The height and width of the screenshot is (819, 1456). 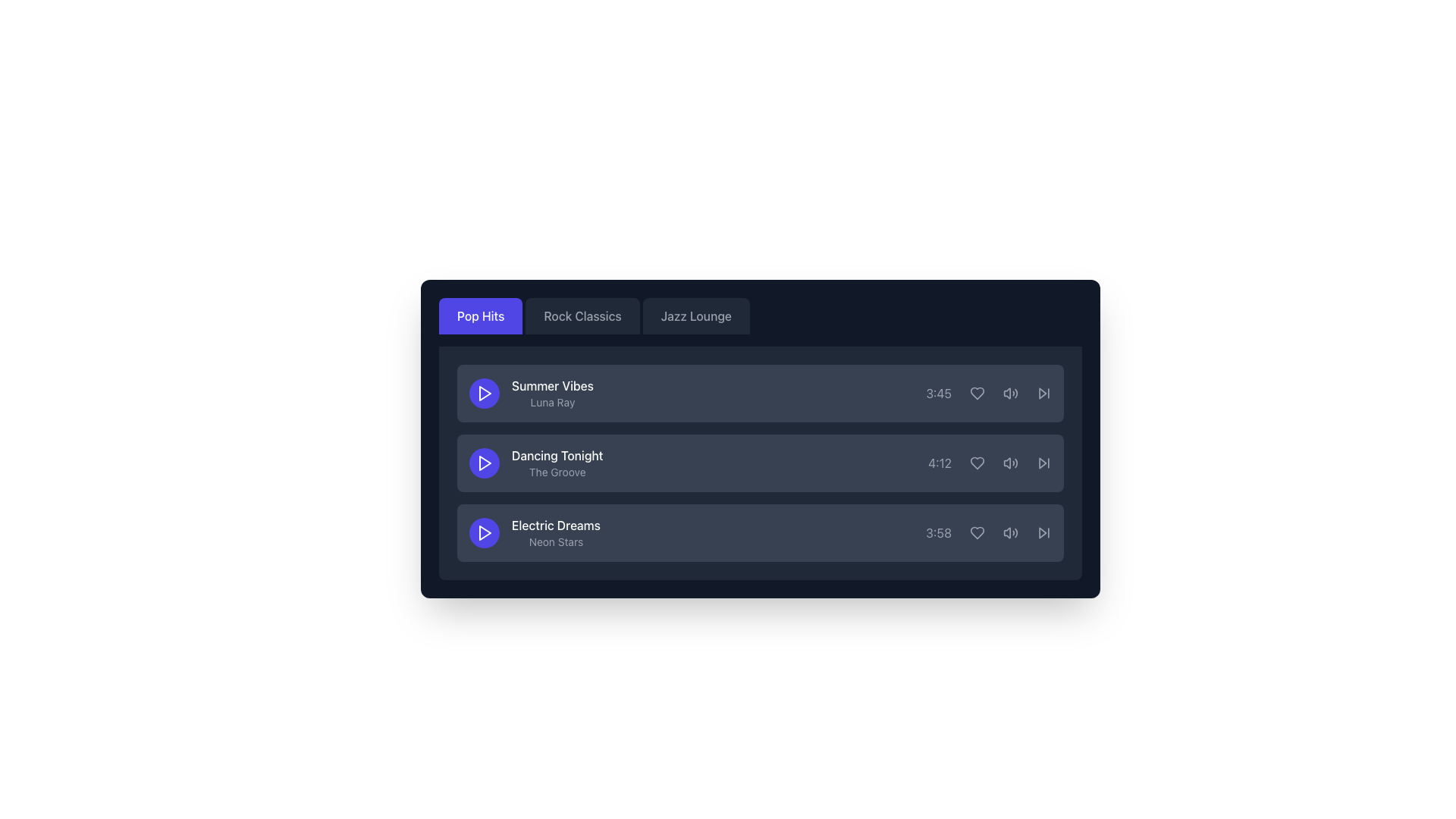 What do you see at coordinates (977, 532) in the screenshot?
I see `the outlined heart icon to the right of the time indicator for the track labeled 'Electric Dreams'` at bounding box center [977, 532].